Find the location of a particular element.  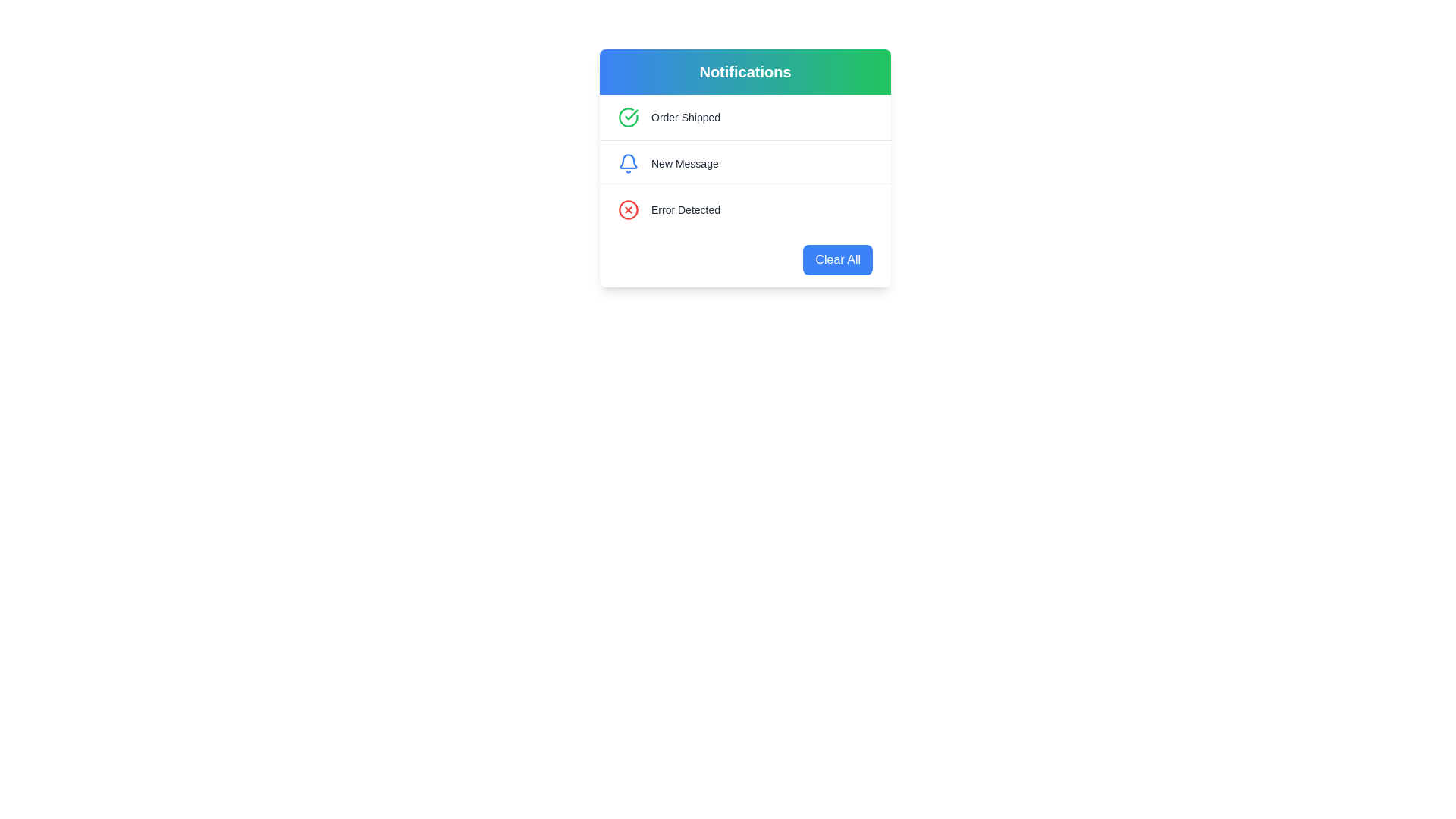

the second notification entry styled as a 'New Message' in the notification panel is located at coordinates (745, 163).